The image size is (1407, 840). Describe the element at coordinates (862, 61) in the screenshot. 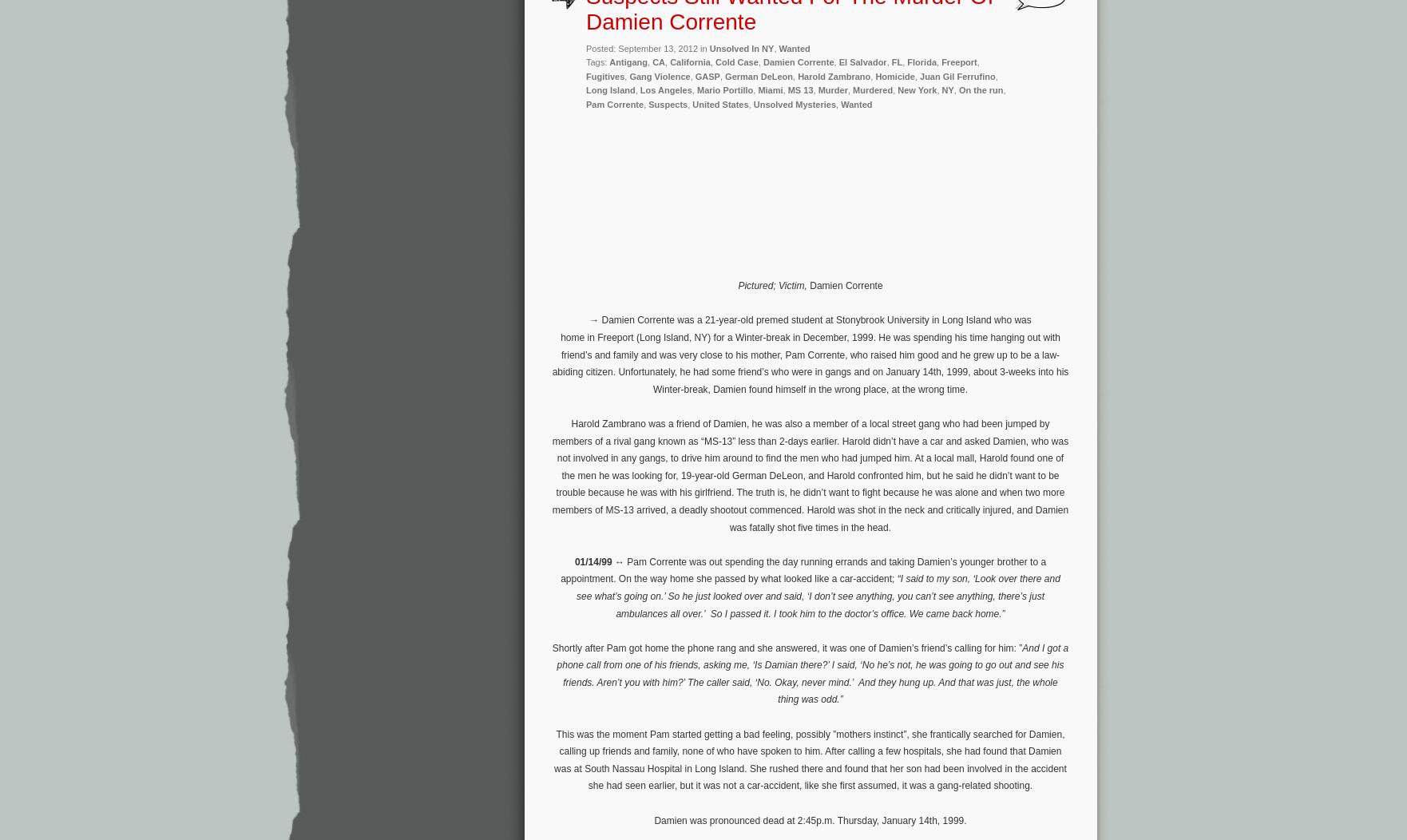

I see `'El Salvador'` at that location.